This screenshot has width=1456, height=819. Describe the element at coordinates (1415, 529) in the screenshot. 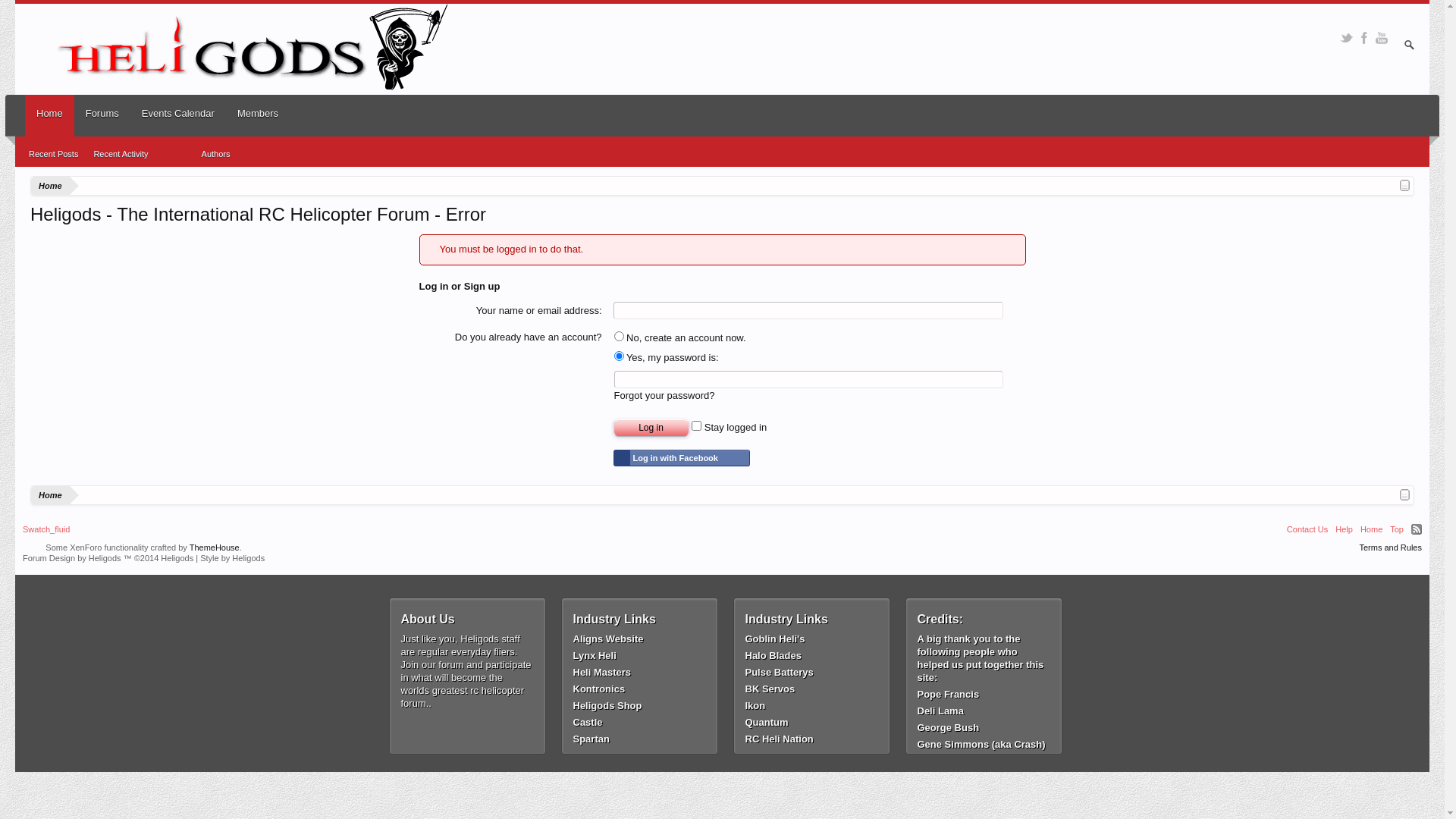

I see `'RSS'` at that location.